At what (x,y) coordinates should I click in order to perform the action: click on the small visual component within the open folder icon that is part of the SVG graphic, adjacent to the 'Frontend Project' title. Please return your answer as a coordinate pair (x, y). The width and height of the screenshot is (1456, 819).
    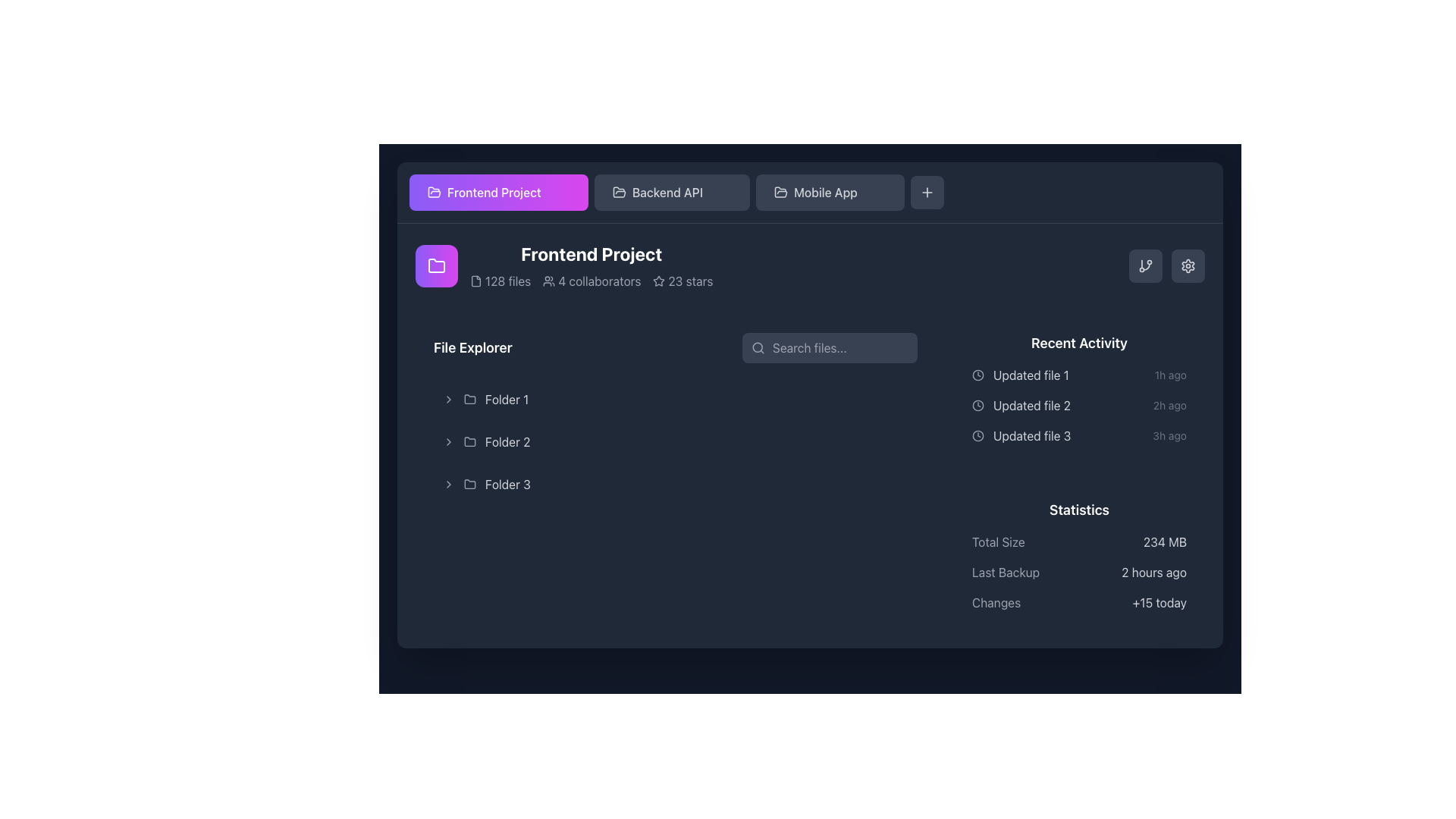
    Looking at the image, I should click on (433, 191).